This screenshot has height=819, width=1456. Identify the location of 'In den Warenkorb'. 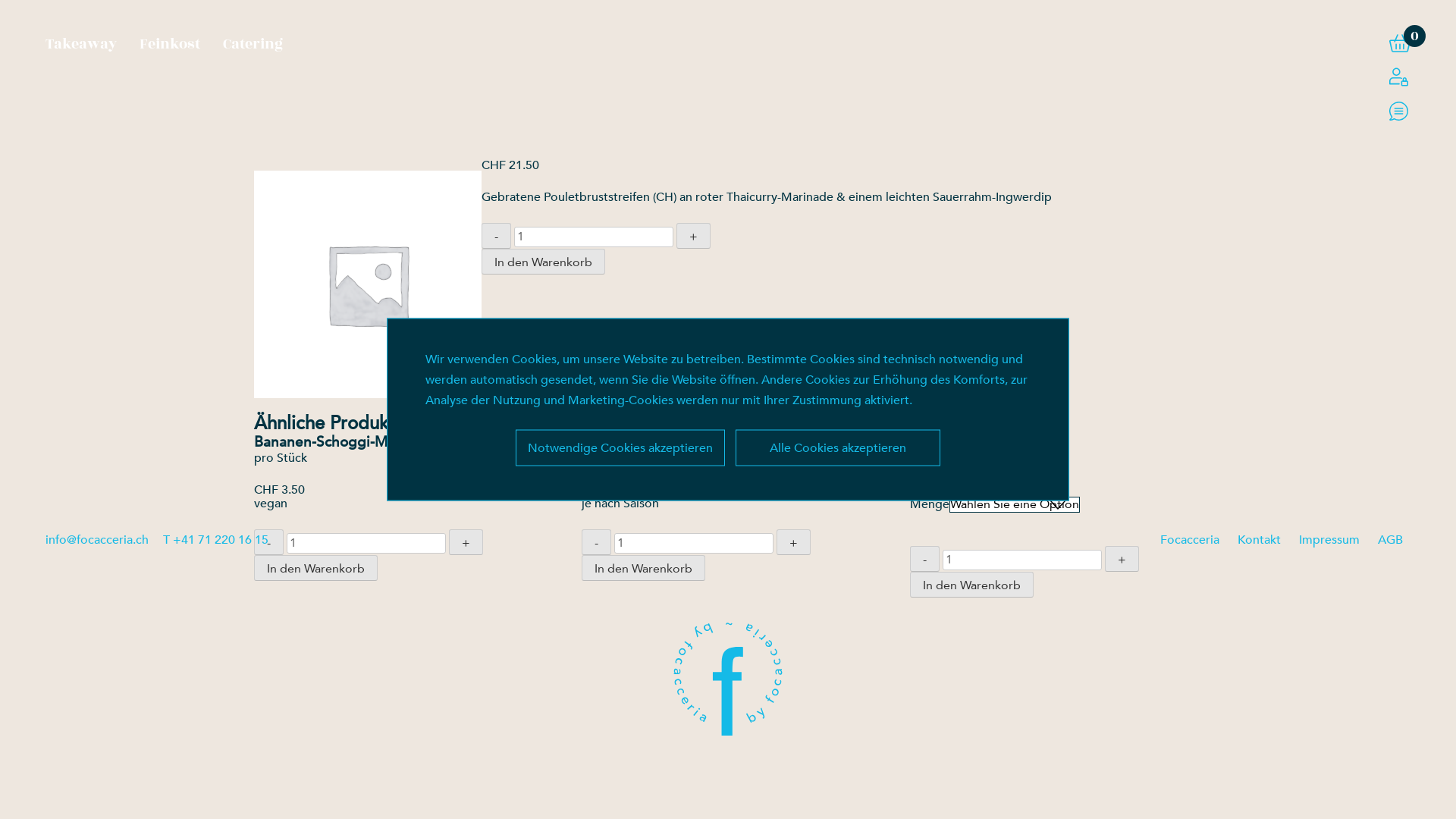
(971, 584).